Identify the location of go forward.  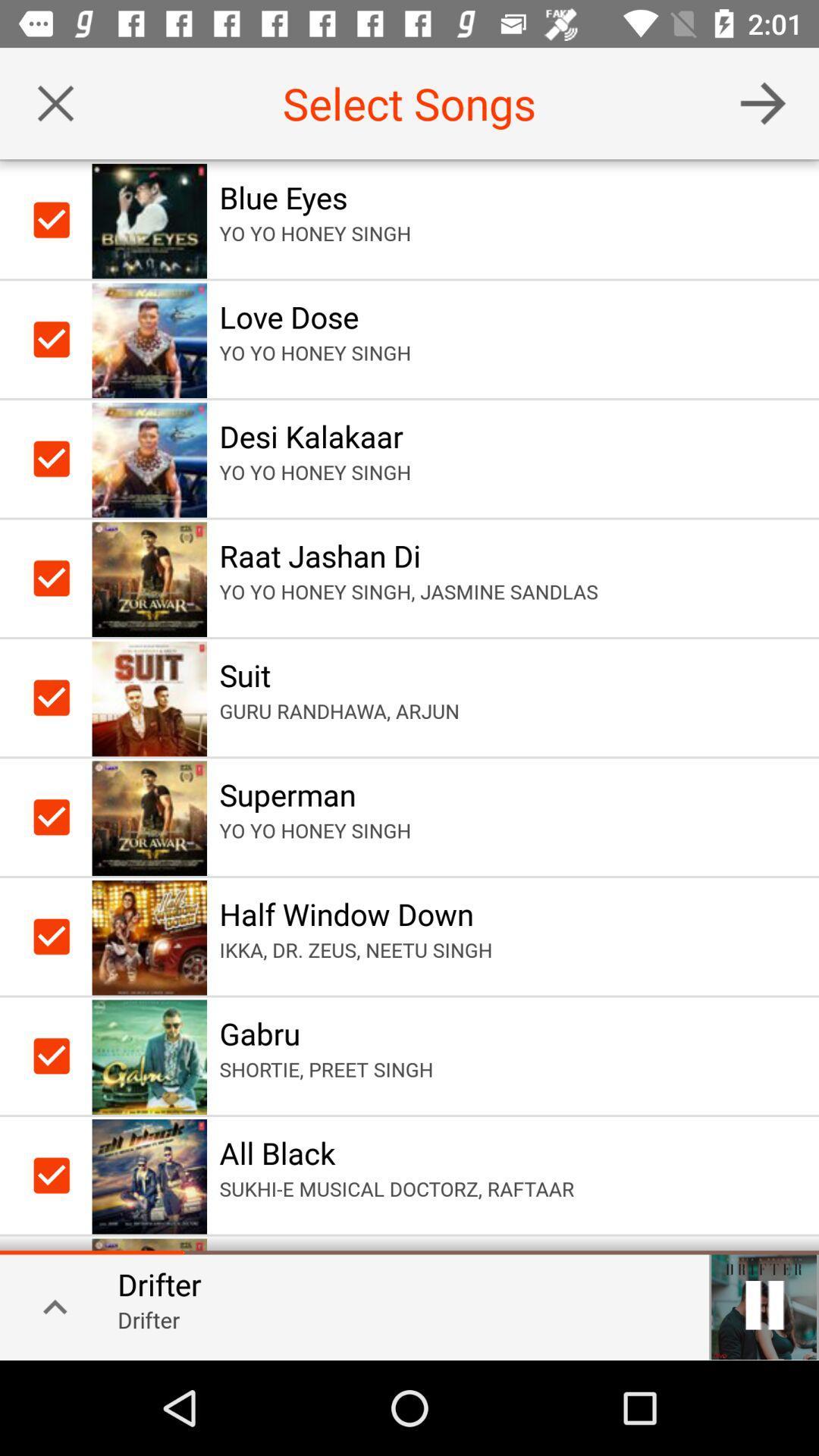
(763, 102).